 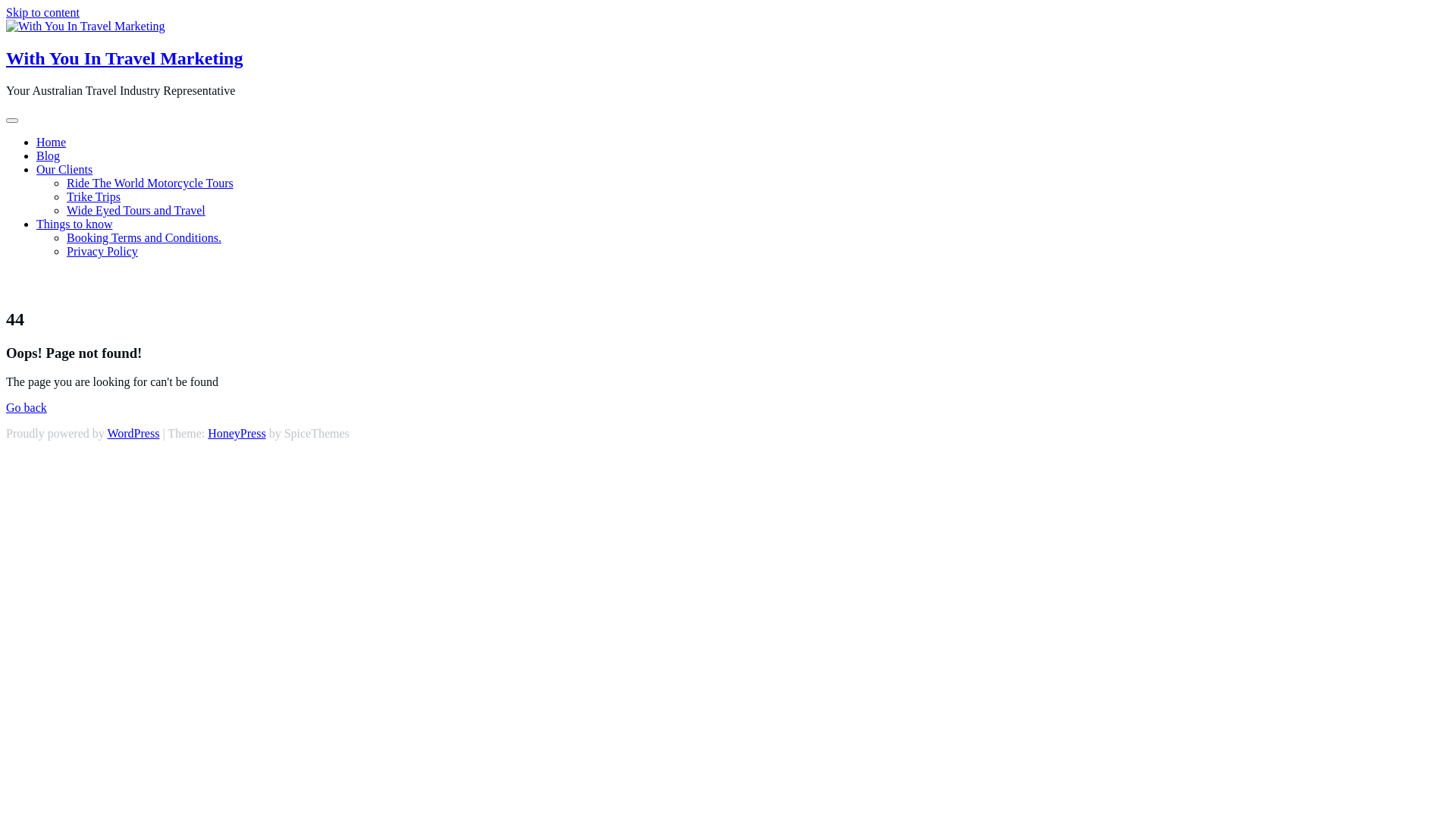 What do you see at coordinates (6, 12) in the screenshot?
I see `'Skip to content'` at bounding box center [6, 12].